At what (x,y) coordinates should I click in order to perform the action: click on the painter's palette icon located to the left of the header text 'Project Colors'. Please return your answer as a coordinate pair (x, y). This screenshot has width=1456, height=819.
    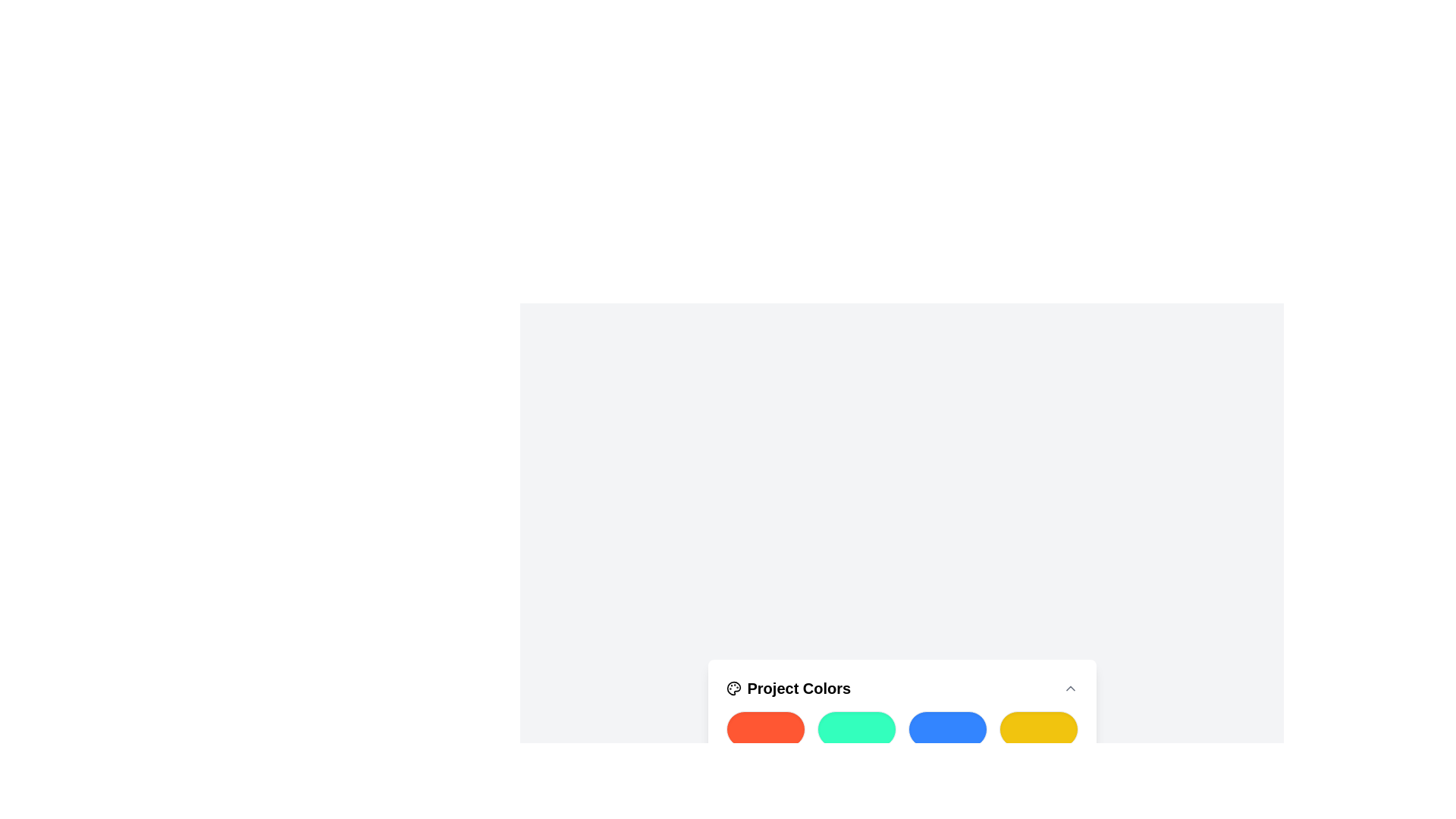
    Looking at the image, I should click on (733, 688).